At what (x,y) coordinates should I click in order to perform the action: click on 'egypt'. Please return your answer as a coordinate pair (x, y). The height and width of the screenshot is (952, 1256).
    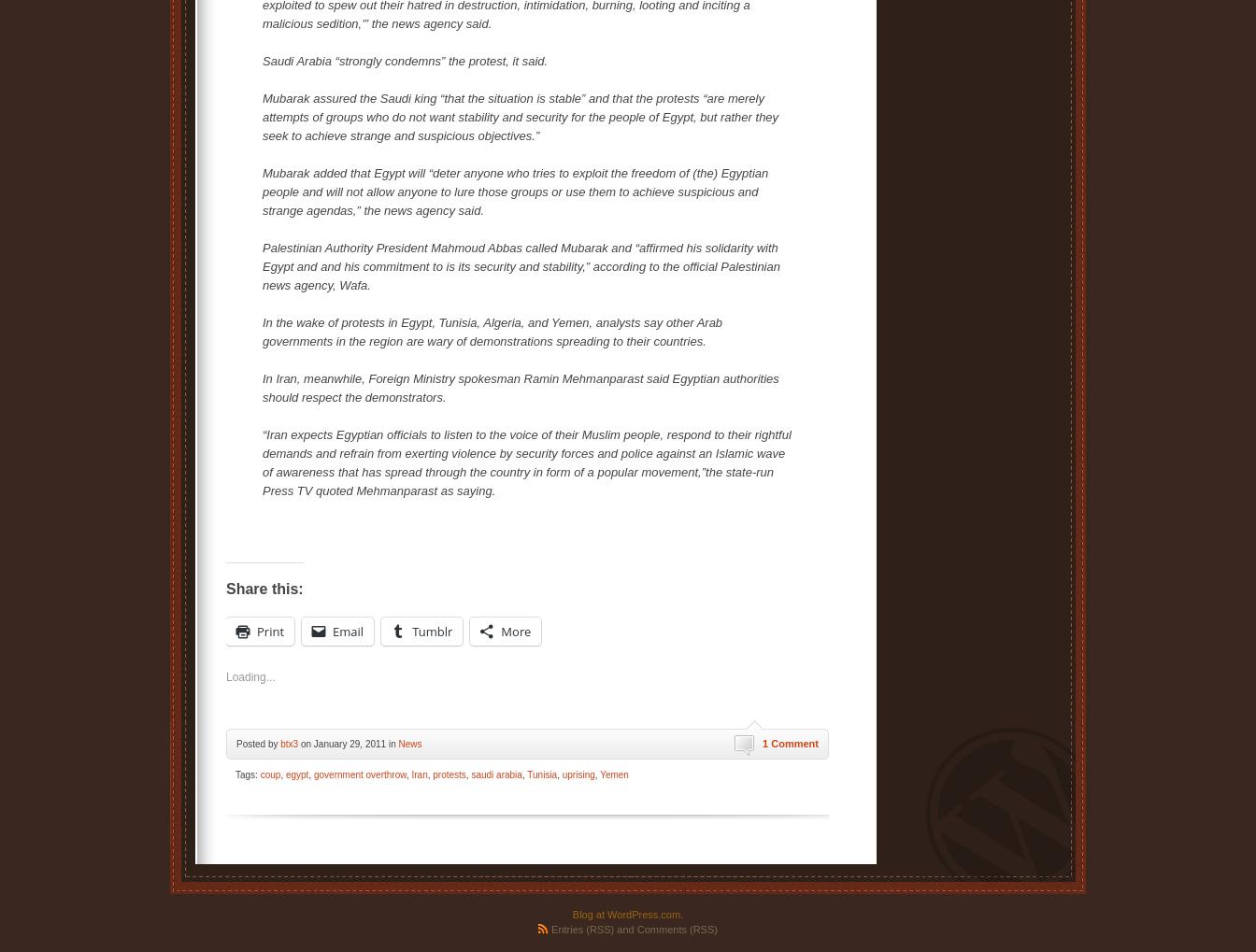
    Looking at the image, I should click on (296, 774).